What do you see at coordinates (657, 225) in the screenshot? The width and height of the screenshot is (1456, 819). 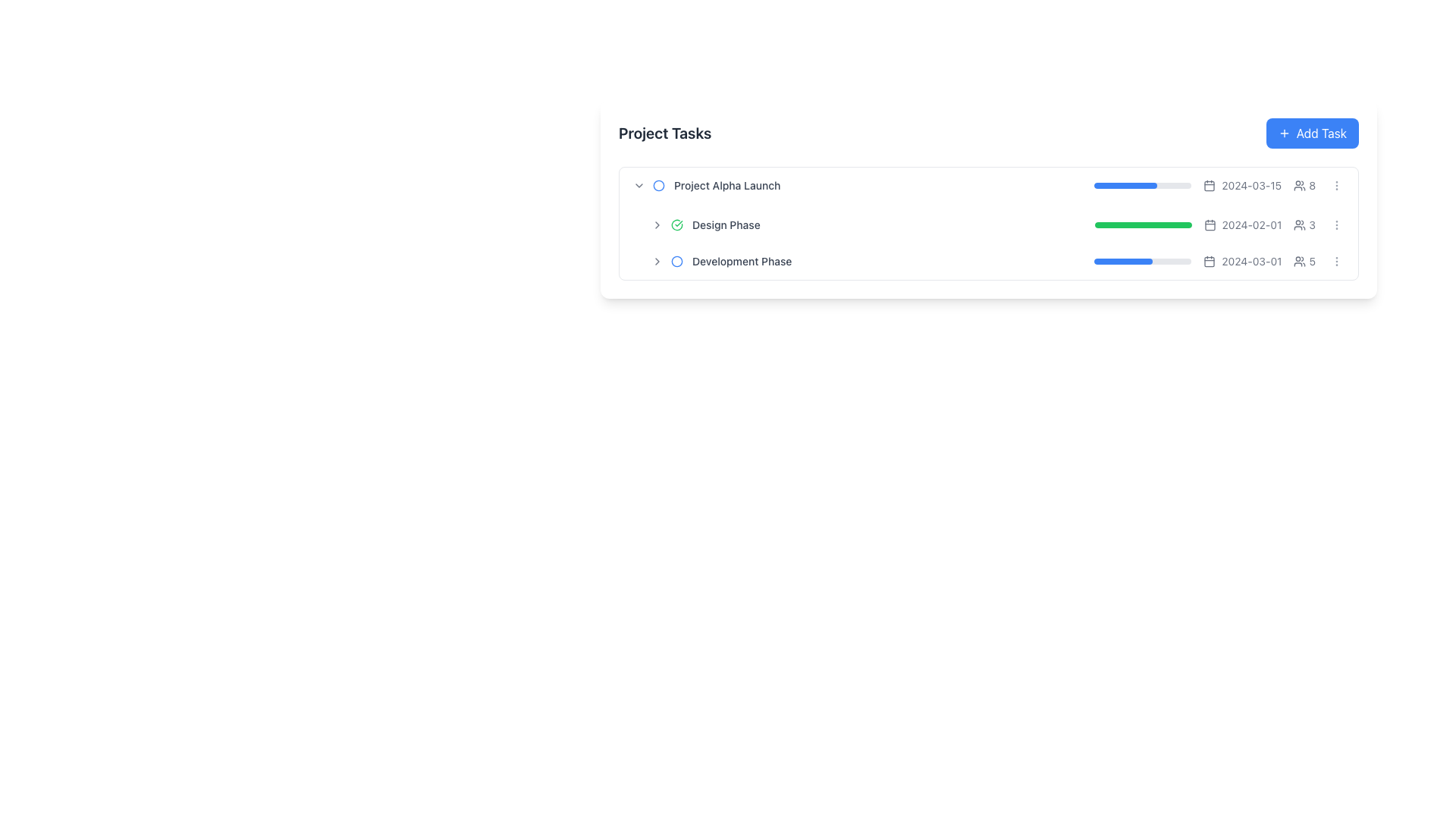 I see `the chevron icon located to the left of the 'Design Phase' text in the 'Project Tasks' list` at bounding box center [657, 225].